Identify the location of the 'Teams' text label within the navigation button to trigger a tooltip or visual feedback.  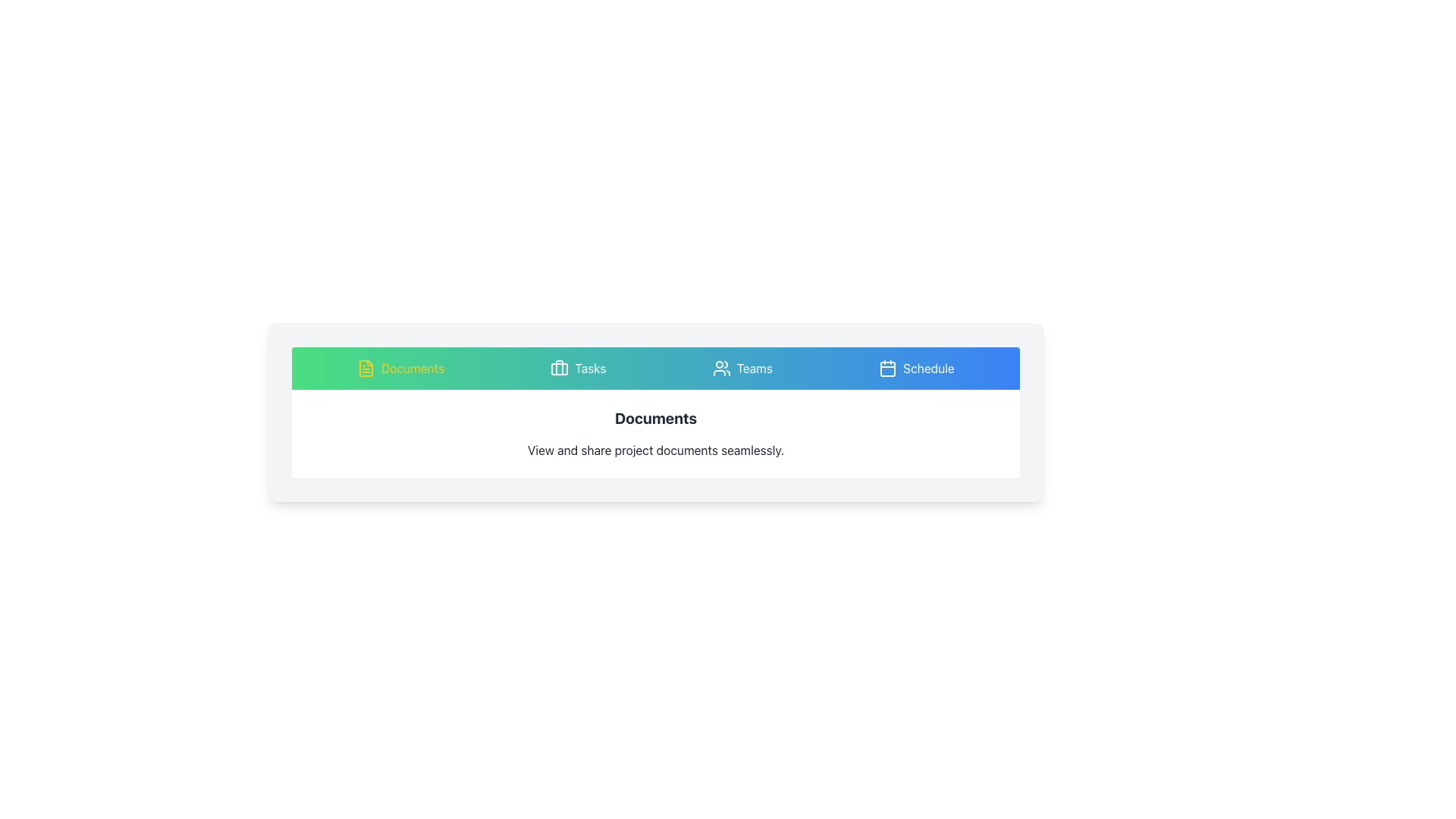
(755, 369).